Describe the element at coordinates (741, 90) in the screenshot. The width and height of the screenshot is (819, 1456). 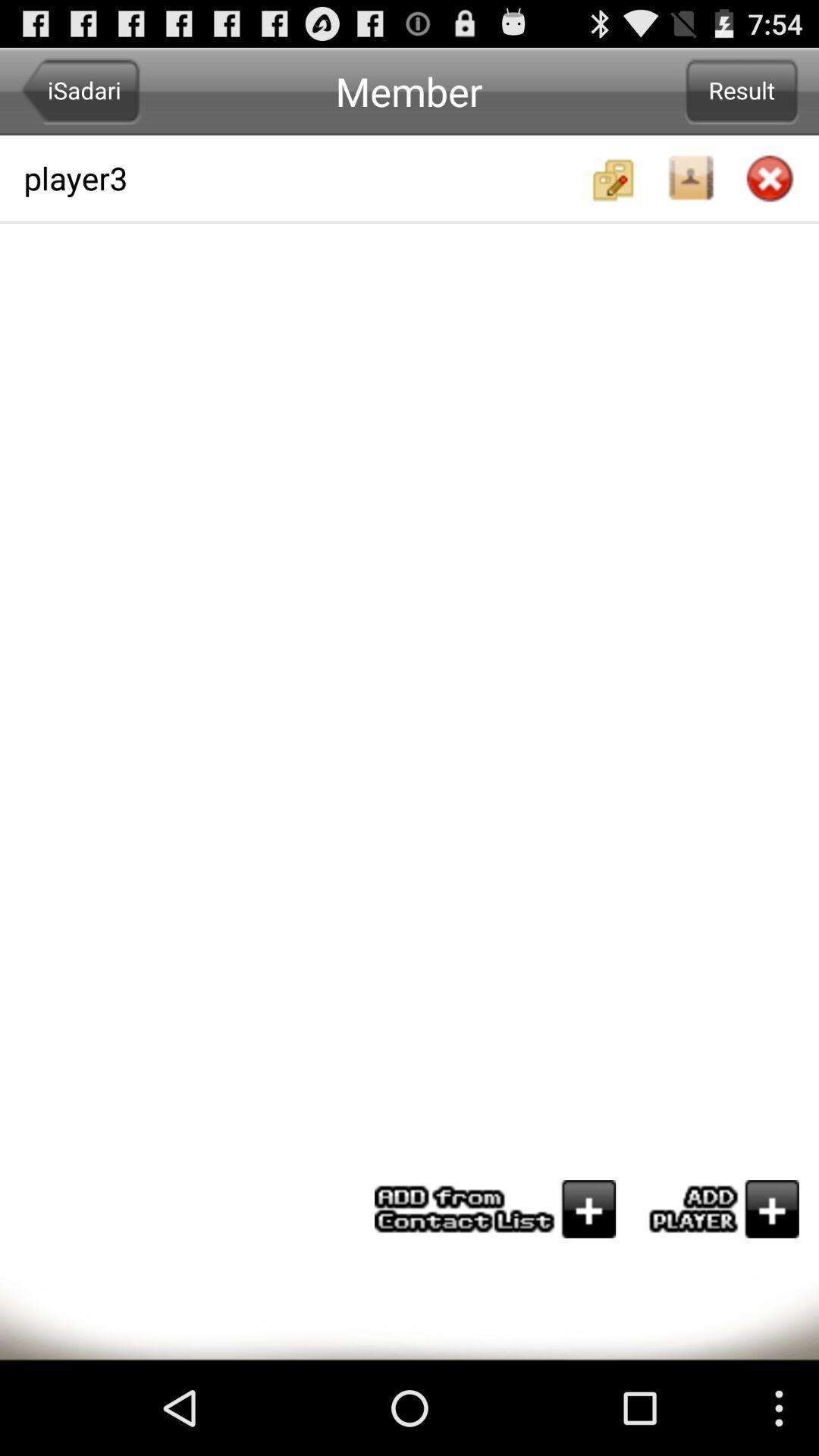
I see `item to the right of player3` at that location.